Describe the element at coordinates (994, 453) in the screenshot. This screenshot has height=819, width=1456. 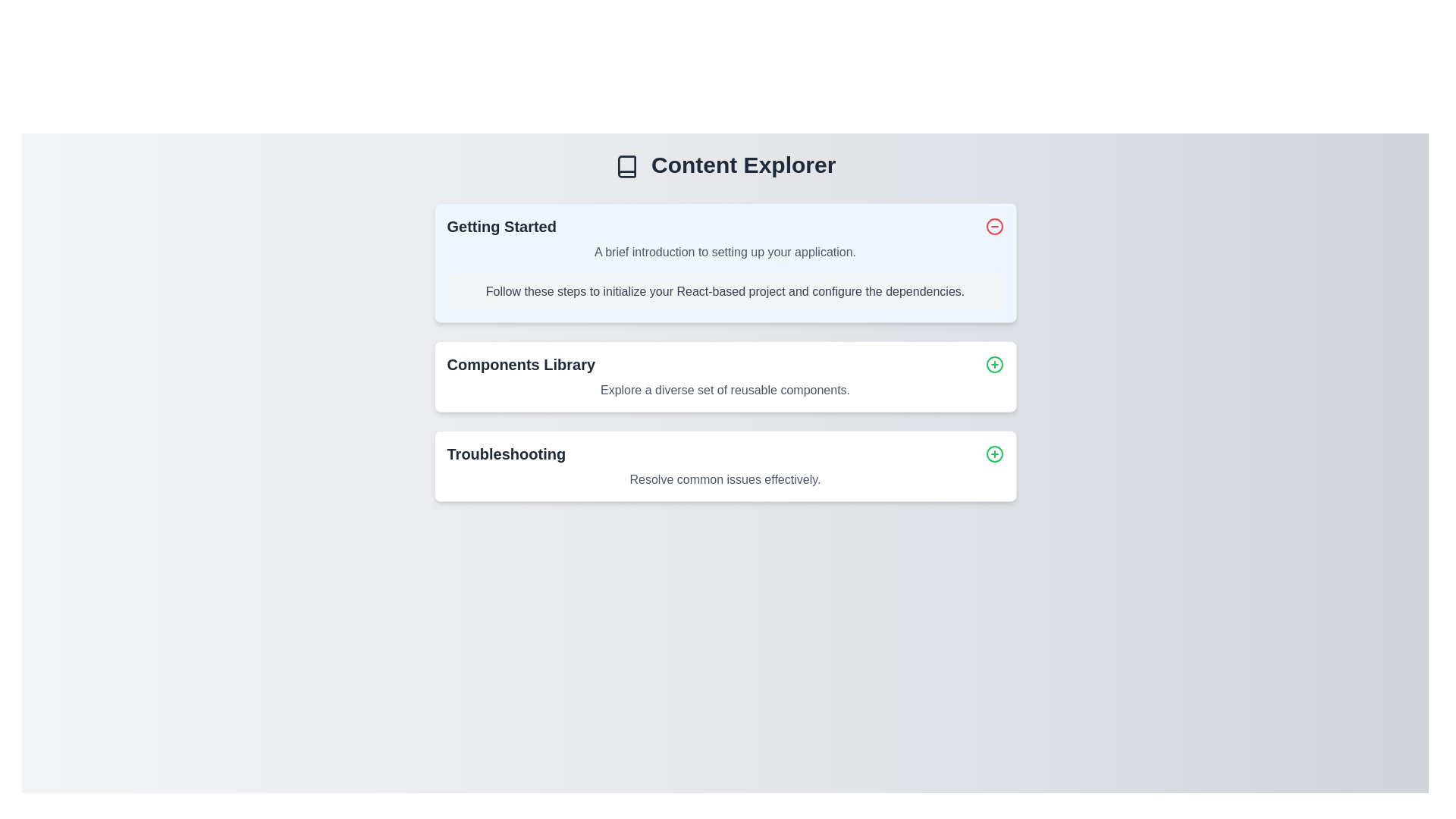
I see `the 'Troubleshooting' icon located at the right end of the 'Troubleshooting' section for additional information` at that location.